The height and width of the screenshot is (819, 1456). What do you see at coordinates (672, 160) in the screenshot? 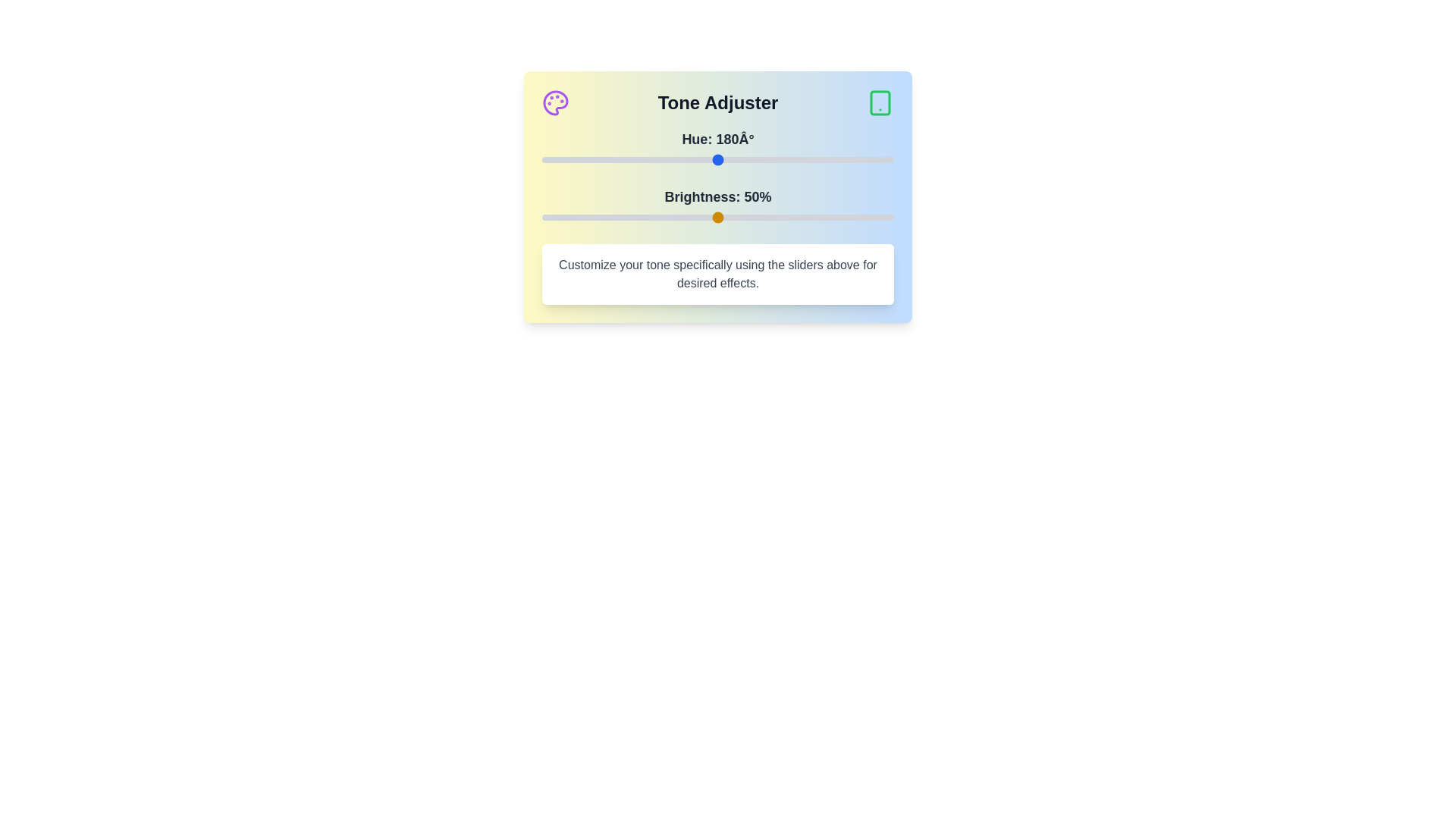
I see `the hue slider to set the hue to 134 degrees` at bounding box center [672, 160].